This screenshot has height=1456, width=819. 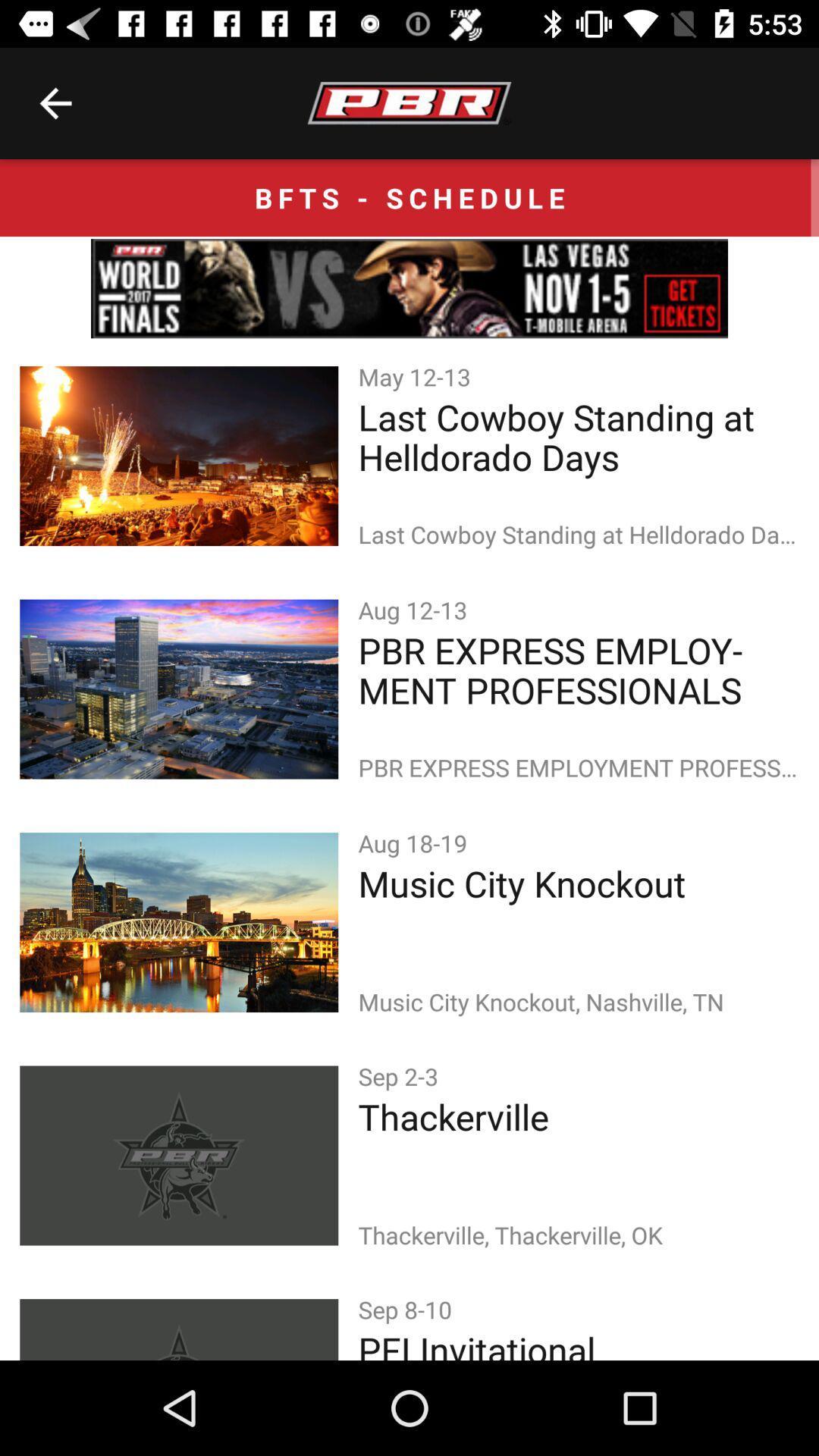 What do you see at coordinates (400, 1075) in the screenshot?
I see `the sep 2-3 icon` at bounding box center [400, 1075].